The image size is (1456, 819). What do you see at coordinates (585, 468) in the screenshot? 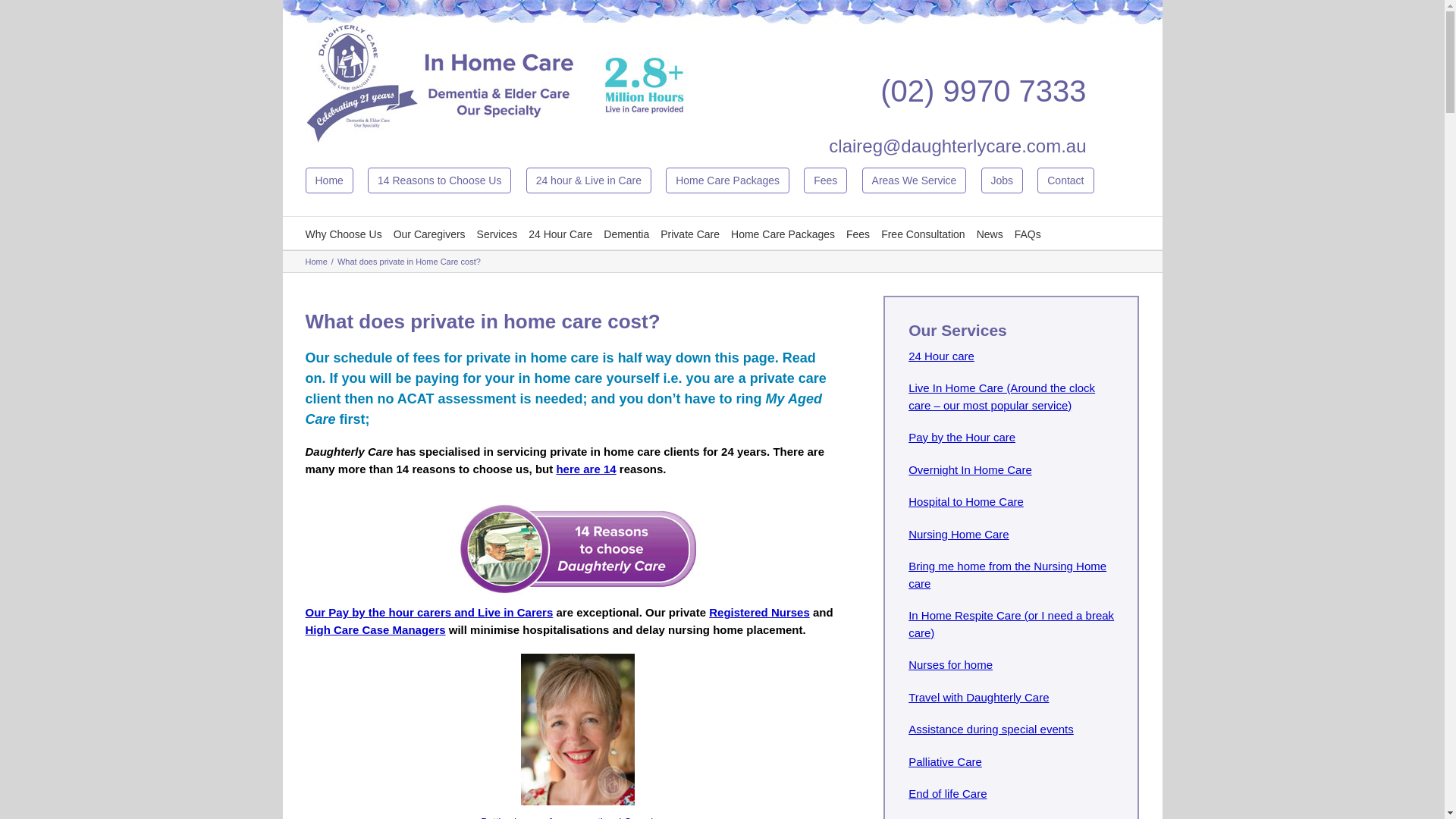
I see `'here are 14'` at bounding box center [585, 468].